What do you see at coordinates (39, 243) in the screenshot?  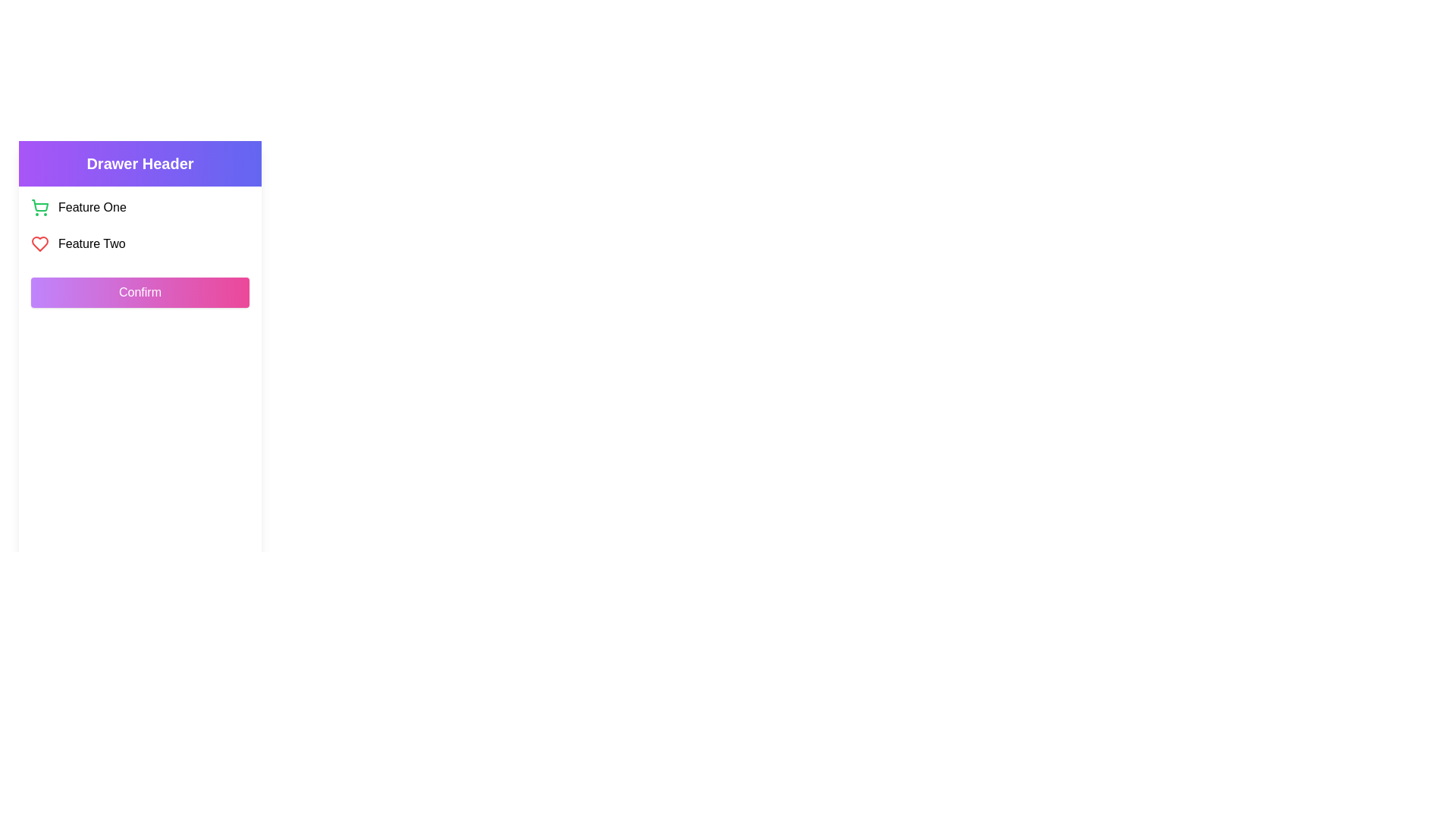 I see `the favorite icon located in the left-side navigation drawer beneath the 'Feature Two' label to mark an item as liked` at bounding box center [39, 243].